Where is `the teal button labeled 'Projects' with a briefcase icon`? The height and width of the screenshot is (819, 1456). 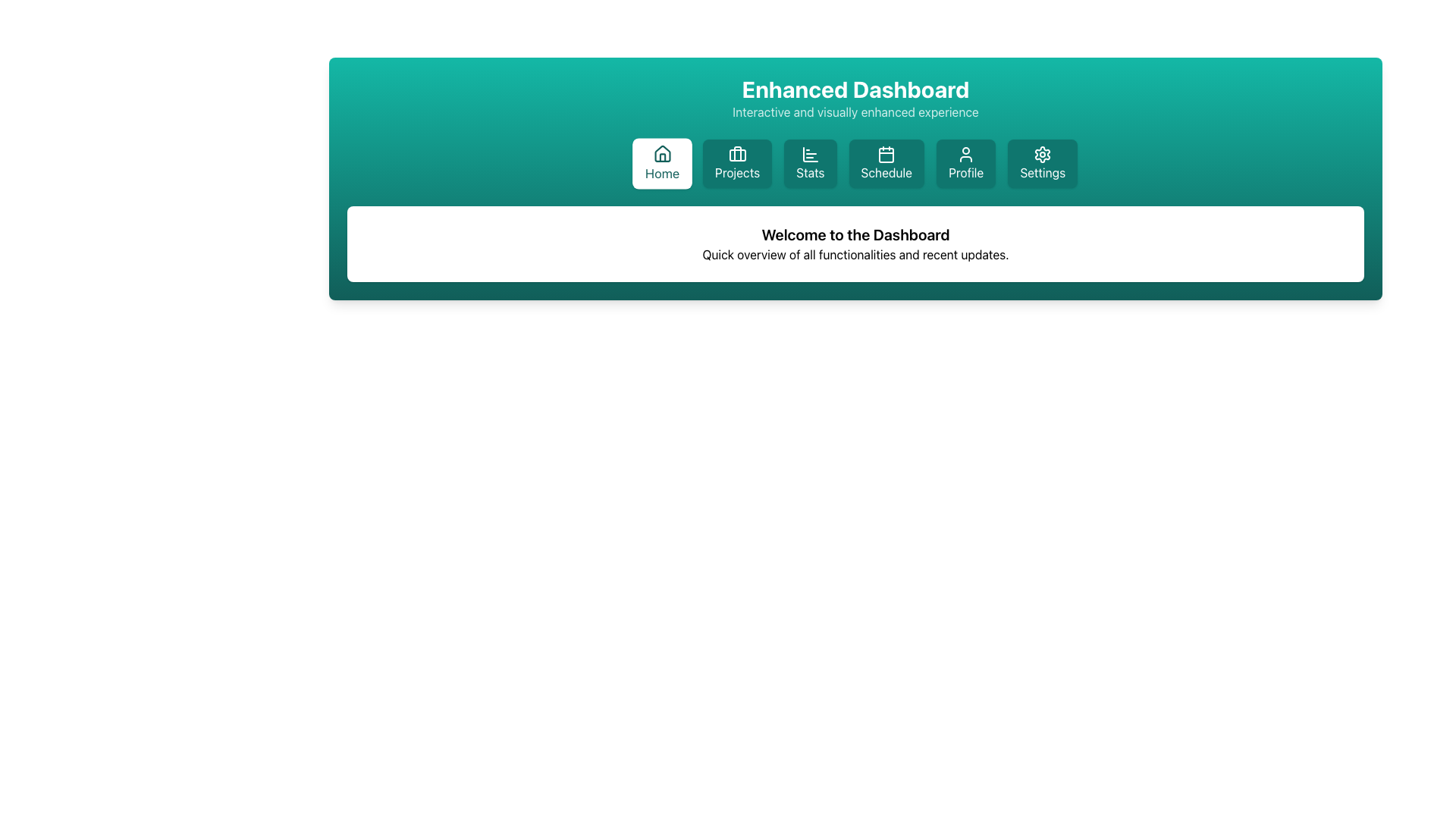 the teal button labeled 'Projects' with a briefcase icon is located at coordinates (737, 164).